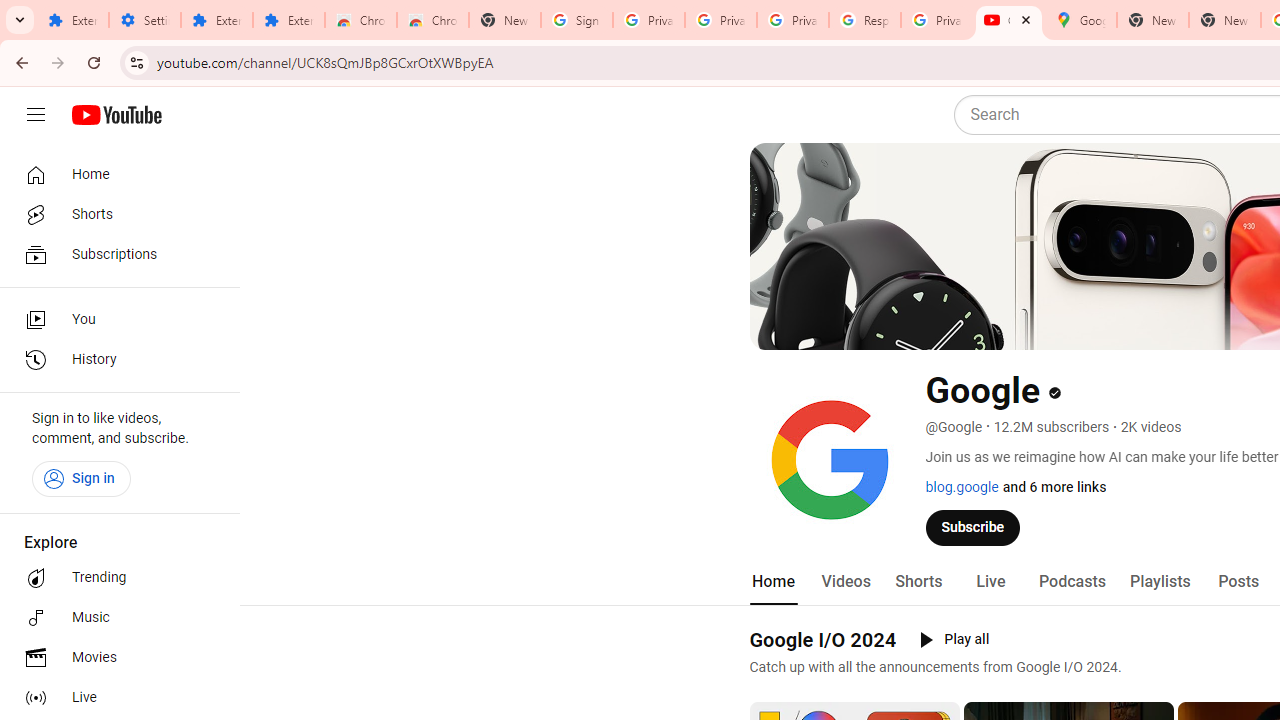 This screenshot has width=1280, height=720. I want to click on 'blog.google', so click(961, 487).